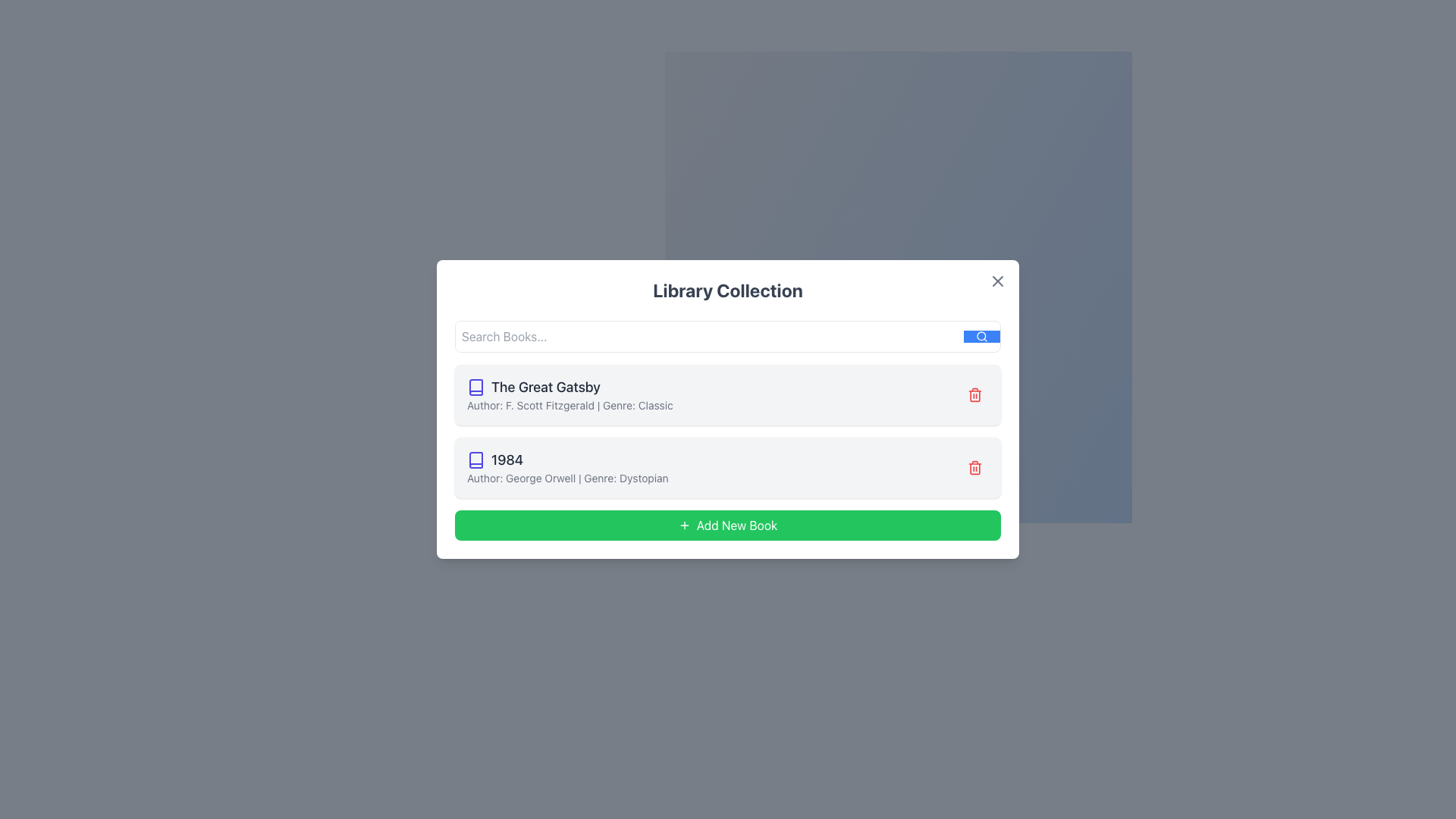 This screenshot has width=1456, height=819. What do you see at coordinates (475, 386) in the screenshot?
I see `the icon resembling an open book located to the left of the text 'The Great Gatsby'` at bounding box center [475, 386].